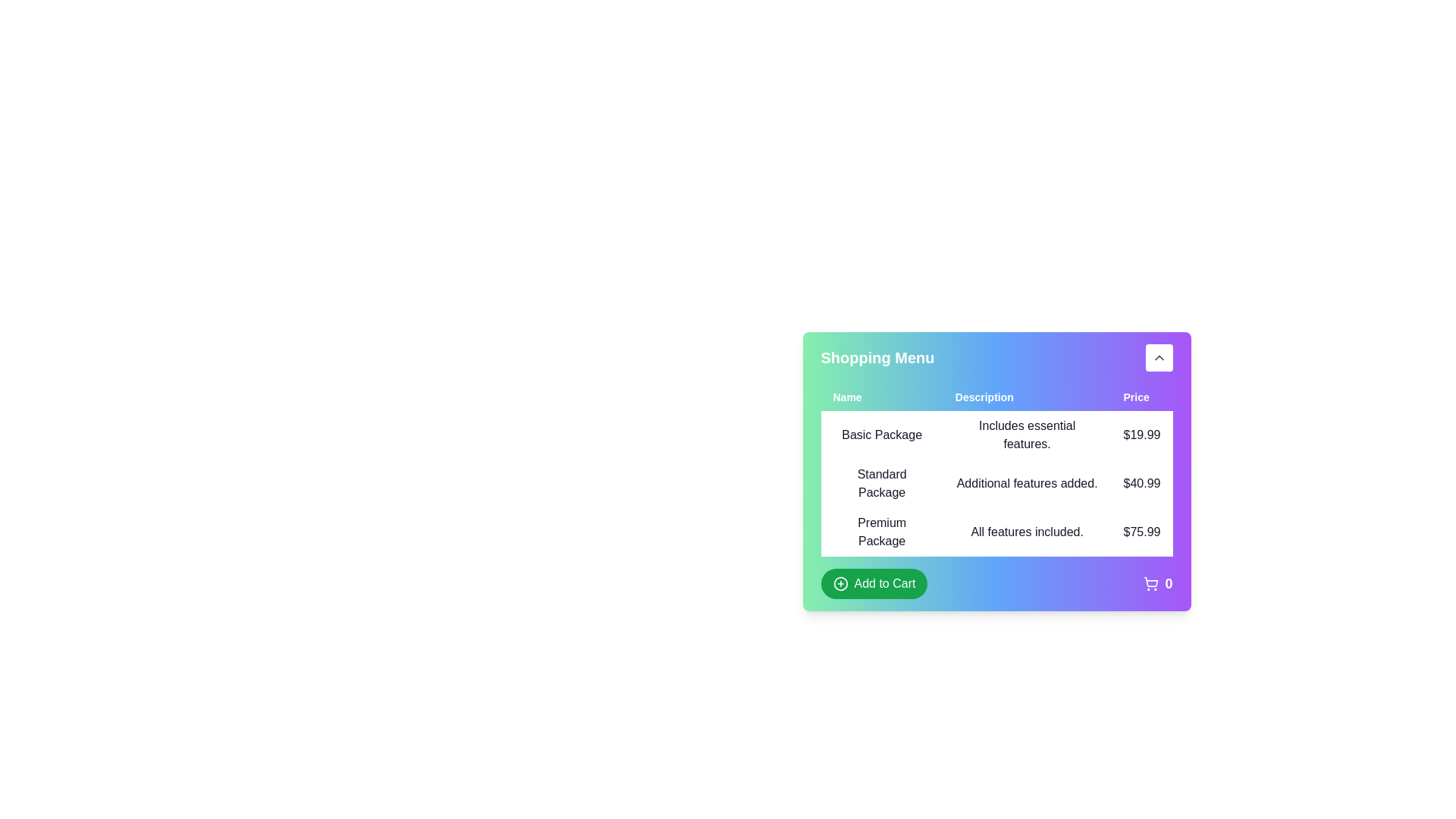 The image size is (1456, 819). I want to click on the informational text label that provides additional details about the 'Basic Package' in the pricing table, located in the second column under the 'Description' heading, so click(1027, 435).